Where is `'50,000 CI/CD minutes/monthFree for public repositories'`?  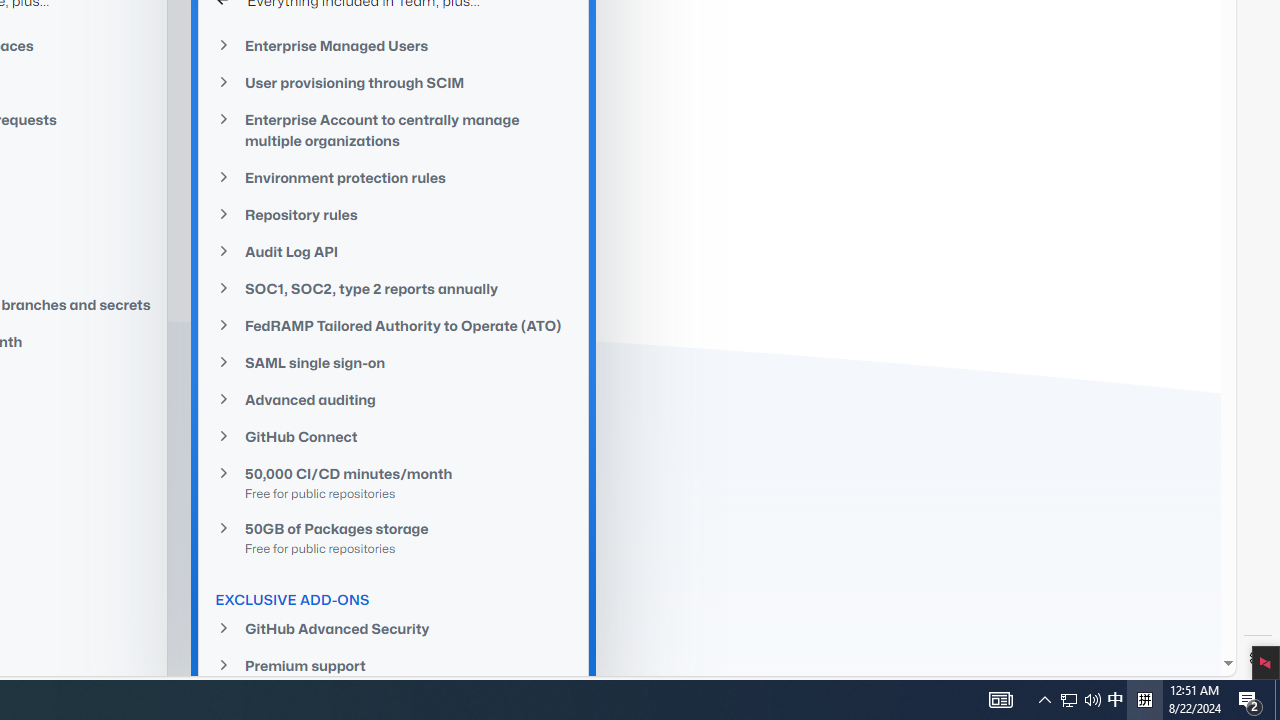 '50,000 CI/CD minutes/monthFree for public repositories' is located at coordinates (394, 482).